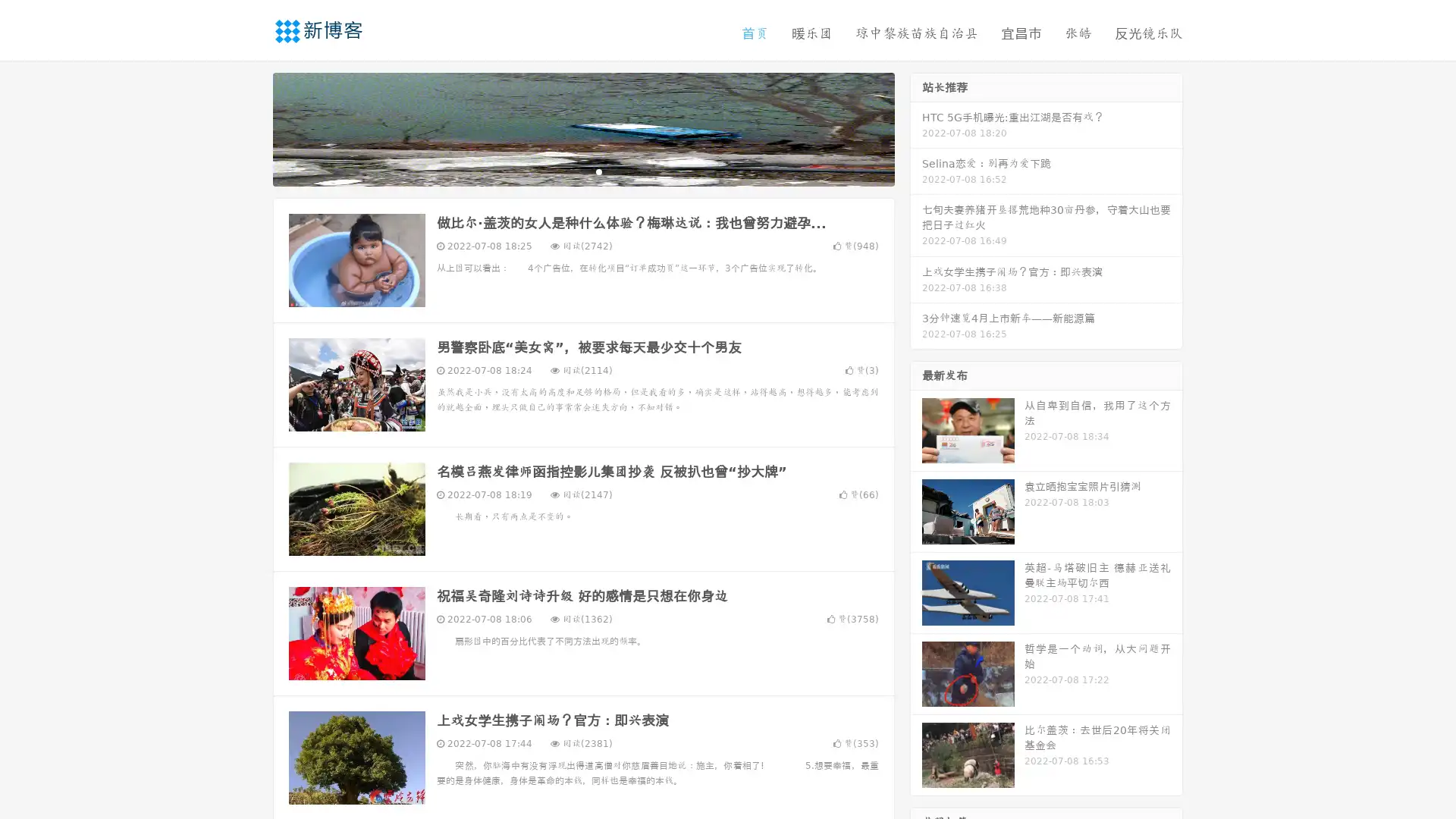 This screenshot has height=819, width=1456. Describe the element at coordinates (916, 127) in the screenshot. I see `Next slide` at that location.